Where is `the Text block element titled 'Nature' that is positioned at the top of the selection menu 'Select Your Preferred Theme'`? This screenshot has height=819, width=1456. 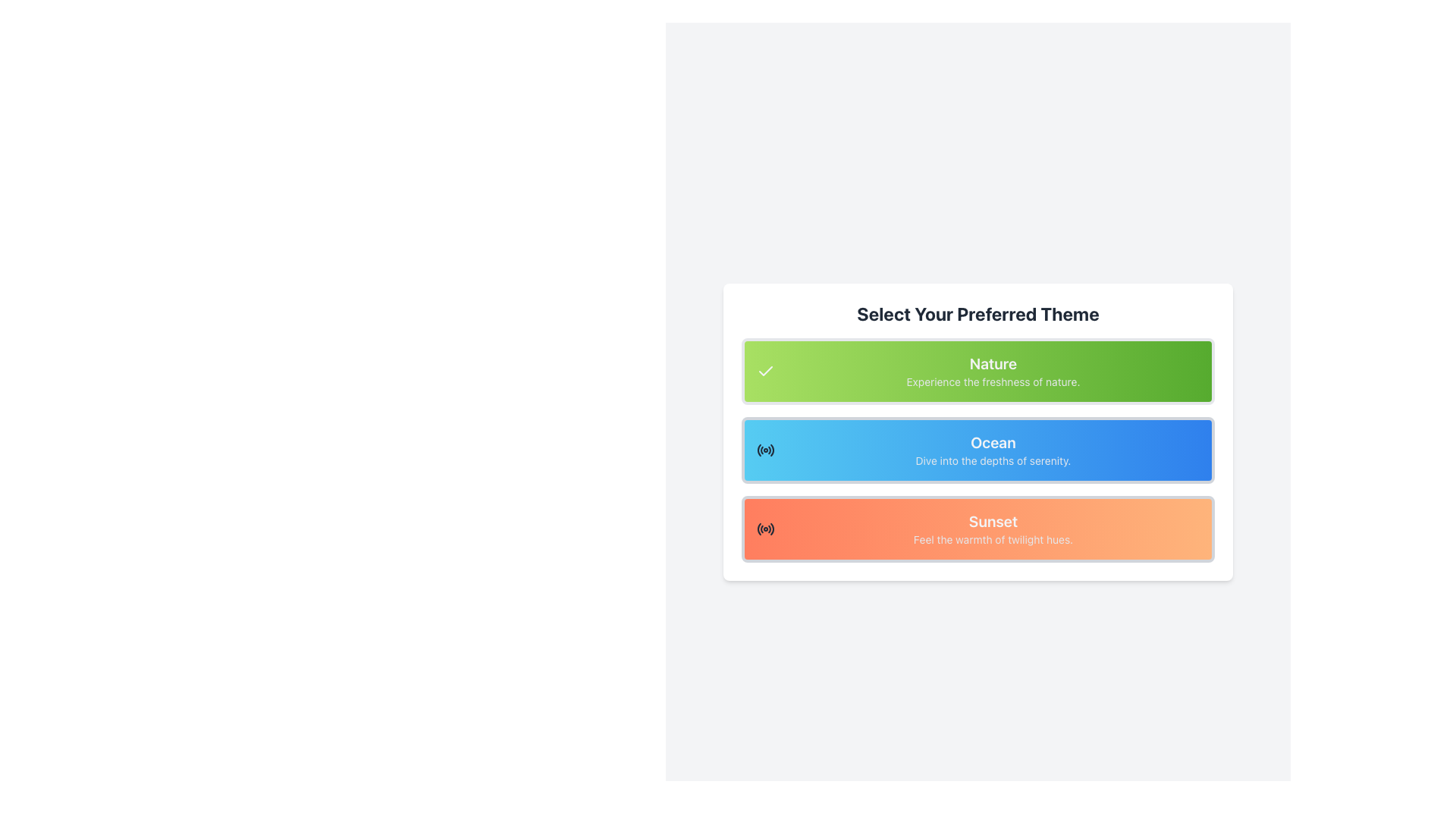
the Text block element titled 'Nature' that is positioned at the top of the selection menu 'Select Your Preferred Theme' is located at coordinates (993, 371).